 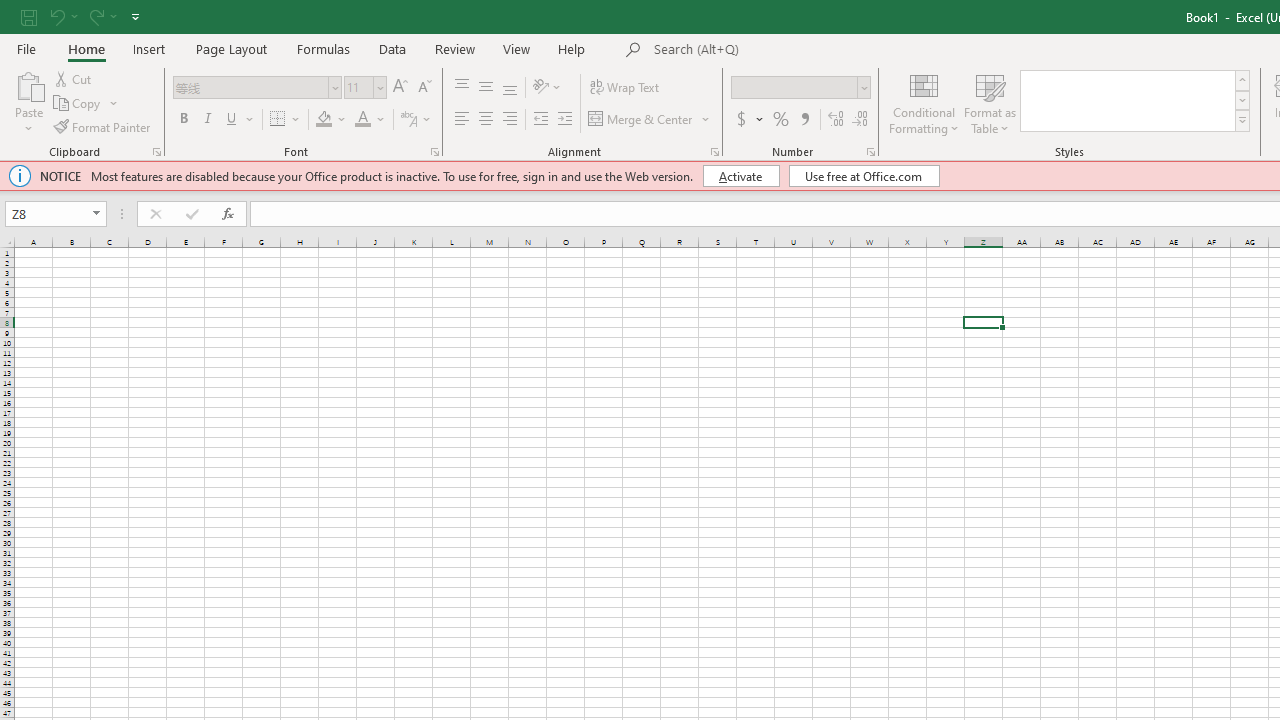 I want to click on 'Page Layout', so click(x=231, y=48).